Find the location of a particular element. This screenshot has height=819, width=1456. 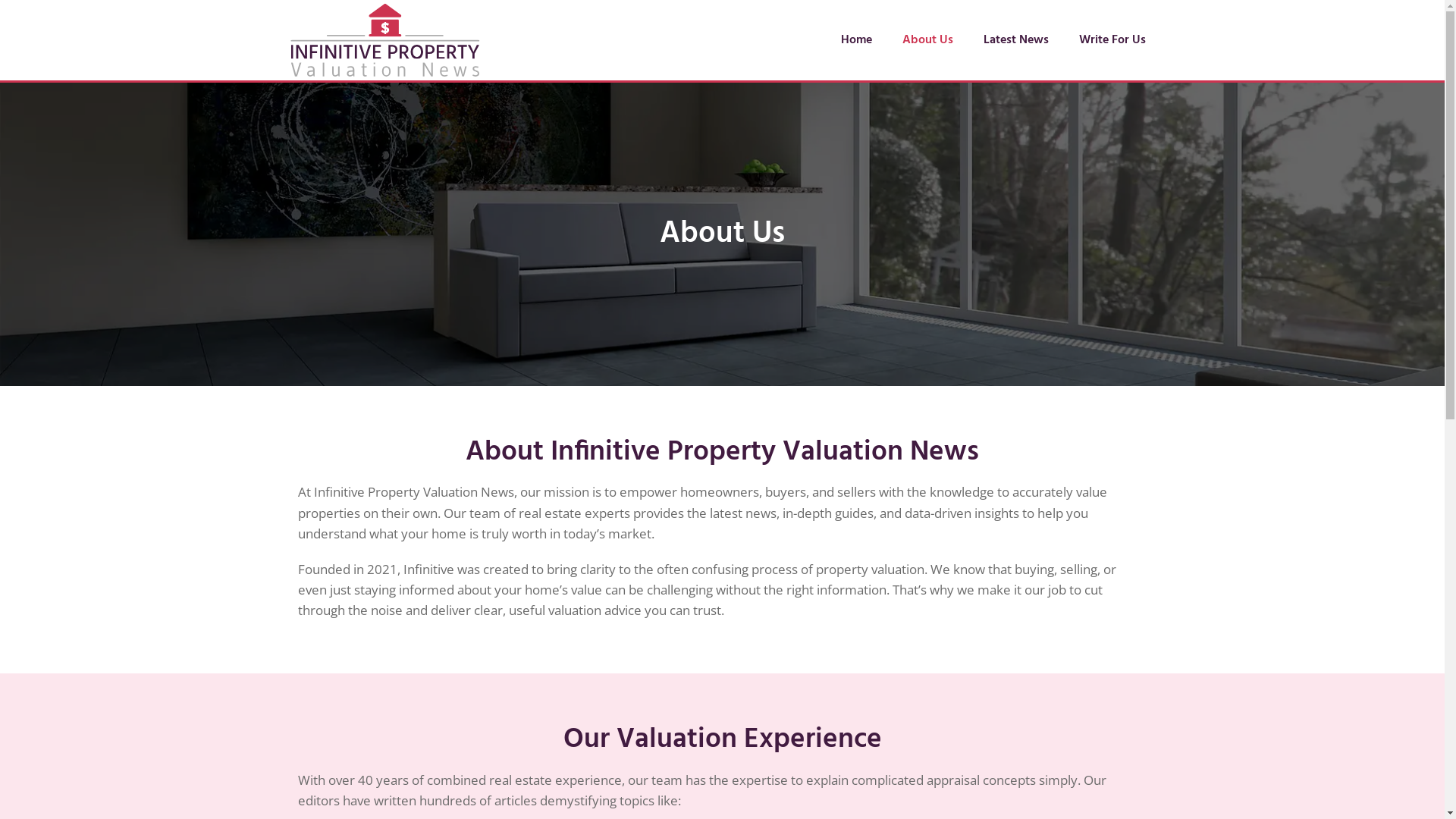

'Home' is located at coordinates (856, 39).